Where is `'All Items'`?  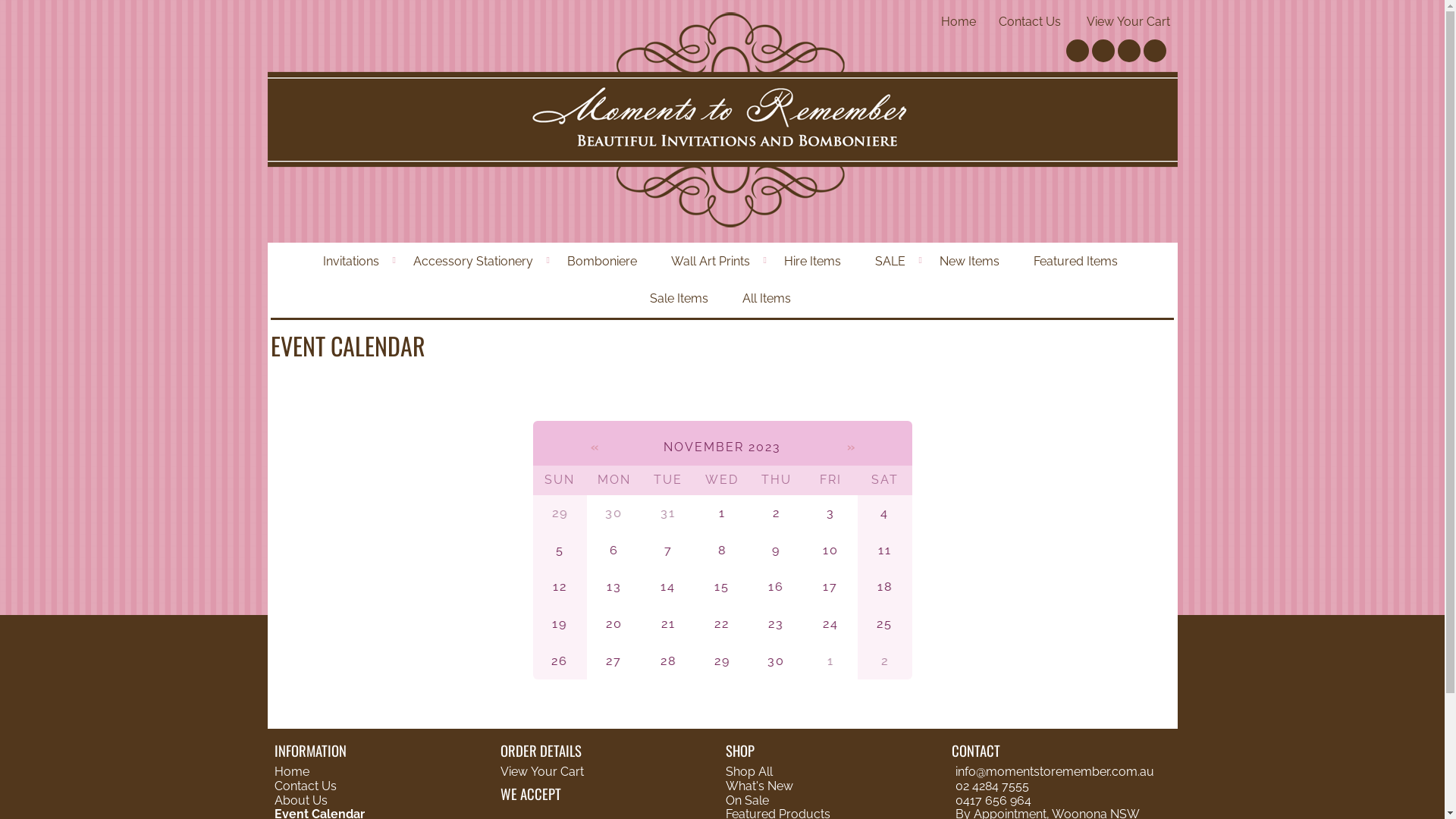
'All Items' is located at coordinates (726, 299).